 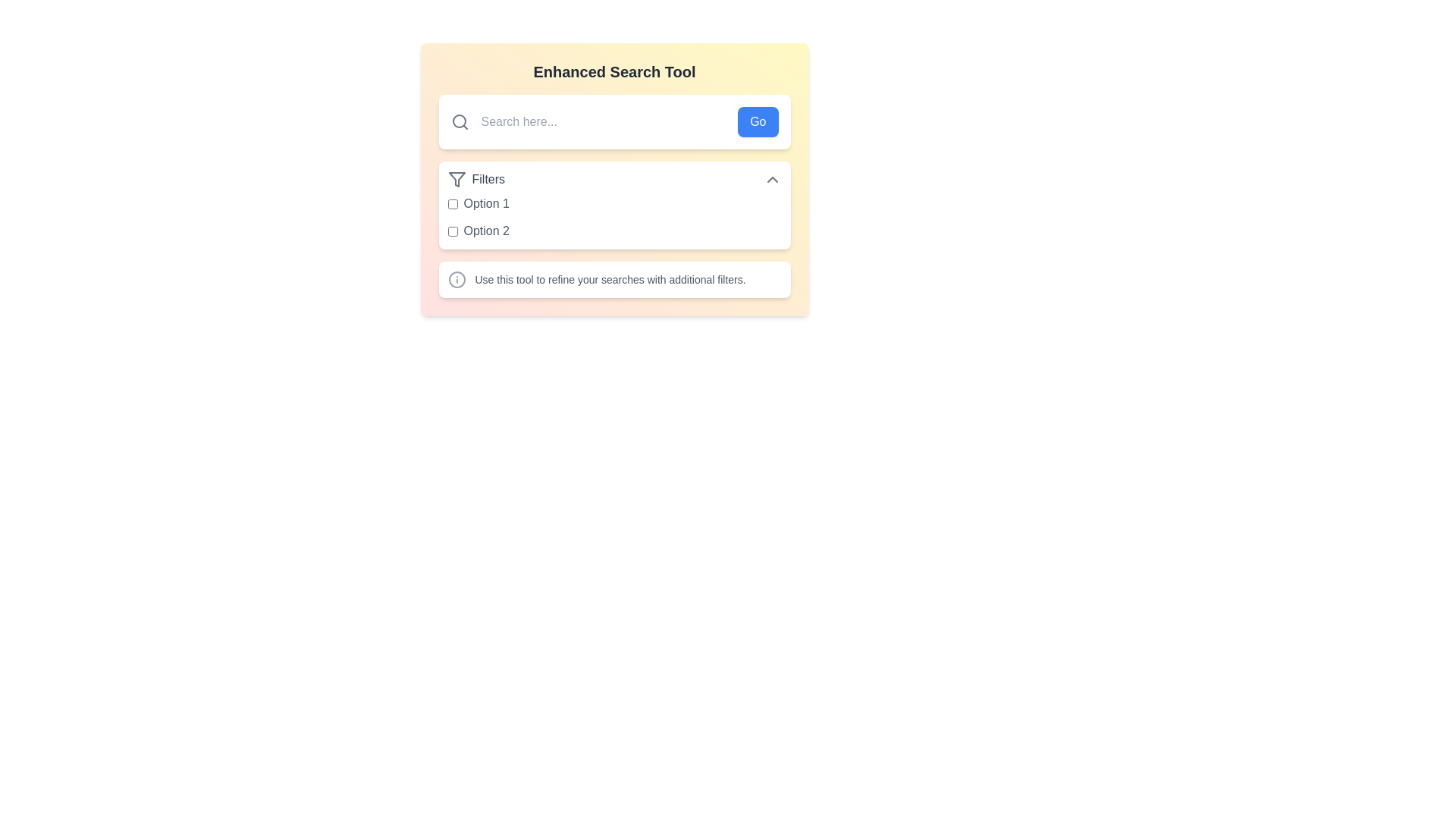 What do you see at coordinates (456, 178) in the screenshot?
I see `the filter icon located at the top-left corner of the 'Filters' label to view additional details` at bounding box center [456, 178].